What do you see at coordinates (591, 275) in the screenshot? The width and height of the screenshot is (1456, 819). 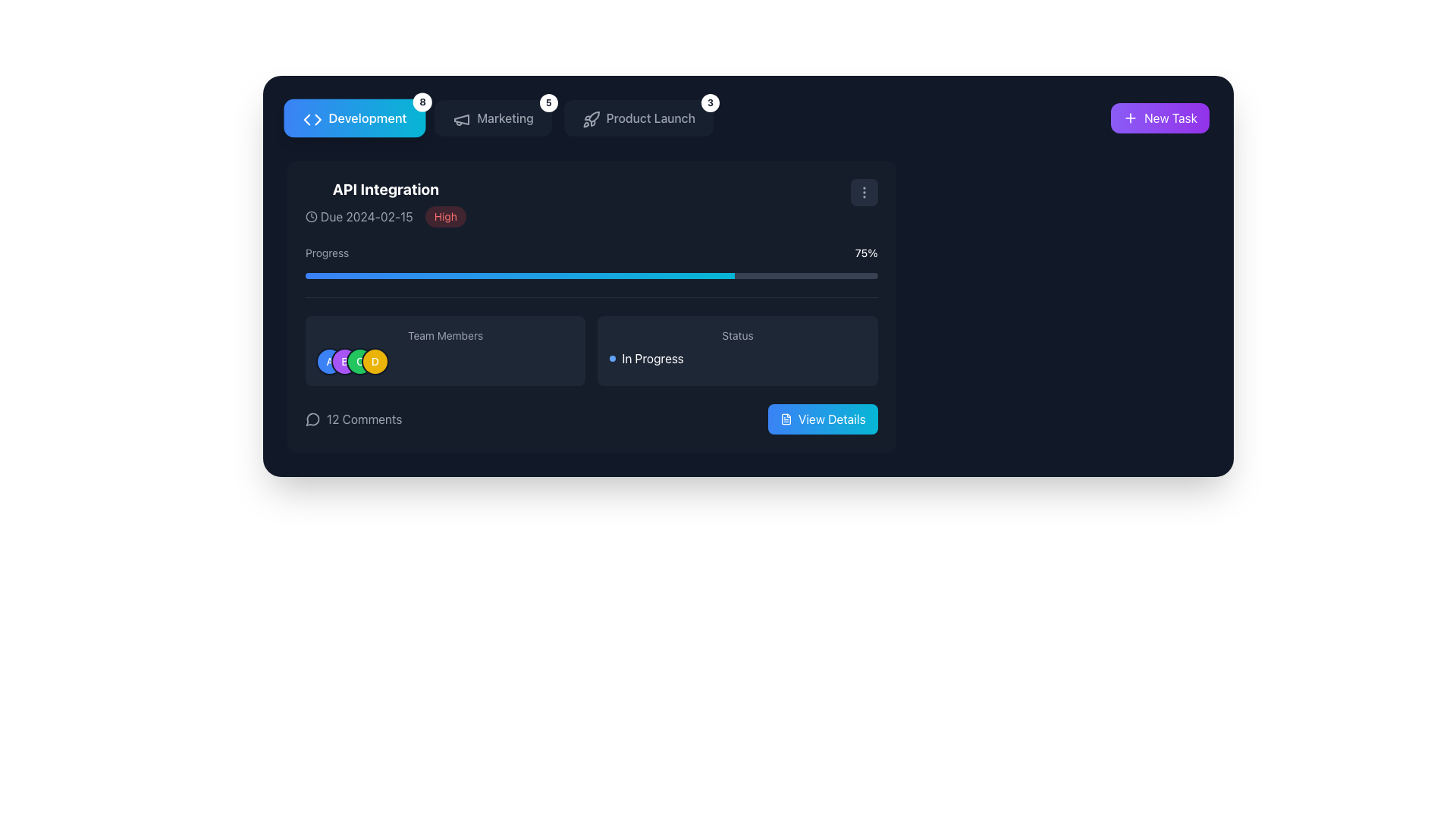 I see `the completion status of the progress bar that visually represents 75% completion, located below the 'Progress' label` at bounding box center [591, 275].